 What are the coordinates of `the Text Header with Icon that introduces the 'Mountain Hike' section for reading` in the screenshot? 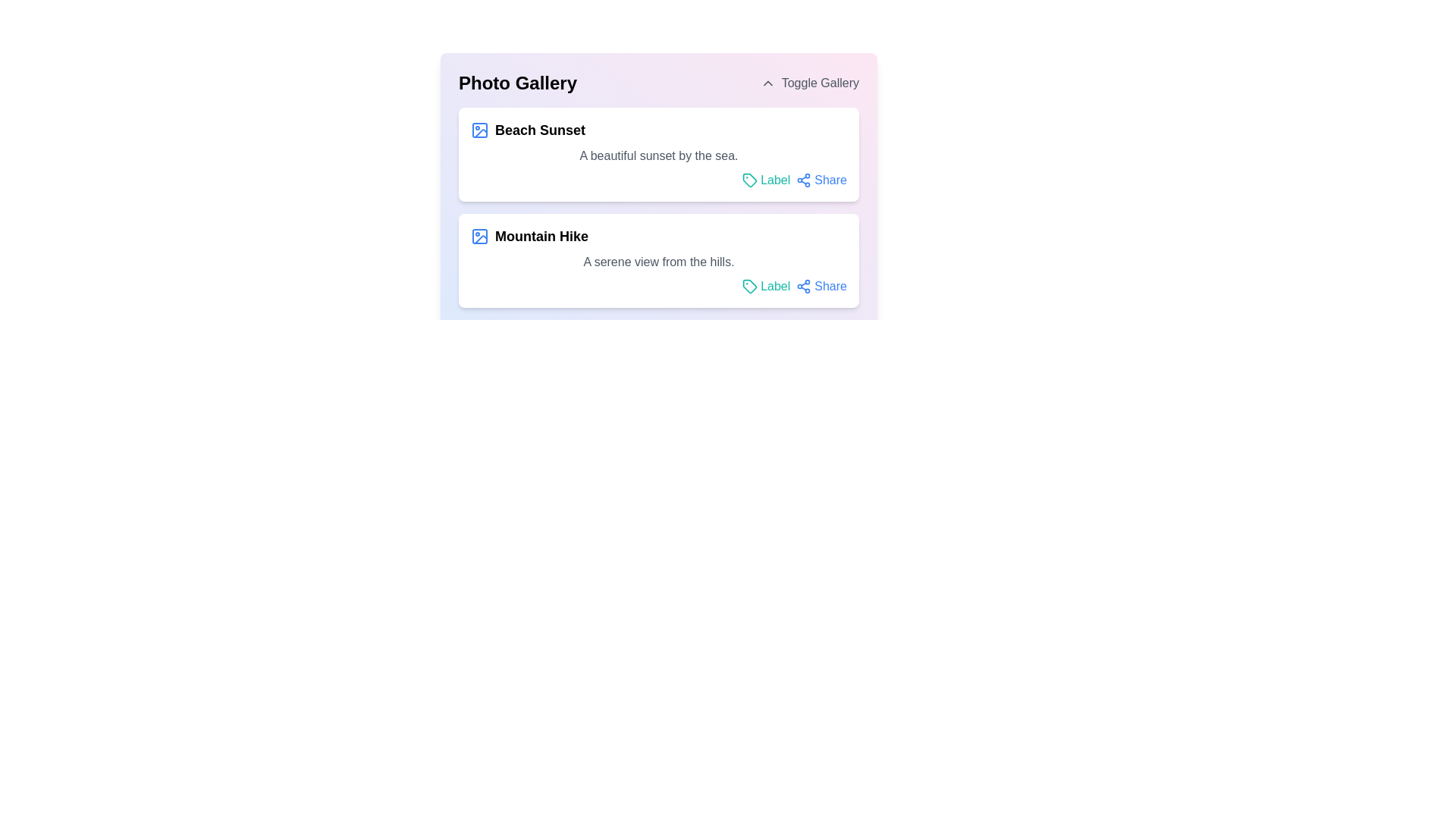 It's located at (658, 237).